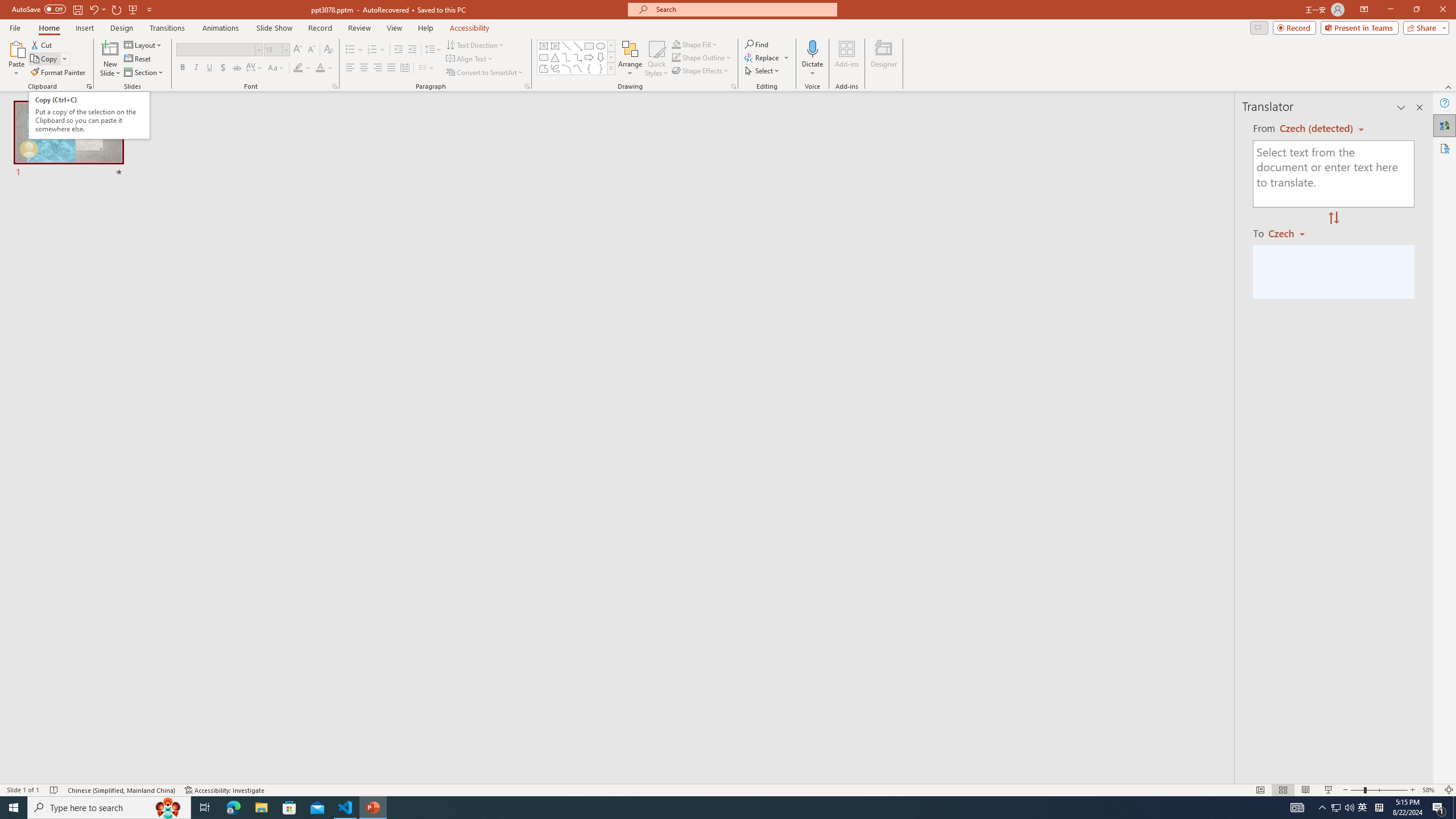 The image size is (1456, 819). I want to click on 'Reset', so click(138, 59).